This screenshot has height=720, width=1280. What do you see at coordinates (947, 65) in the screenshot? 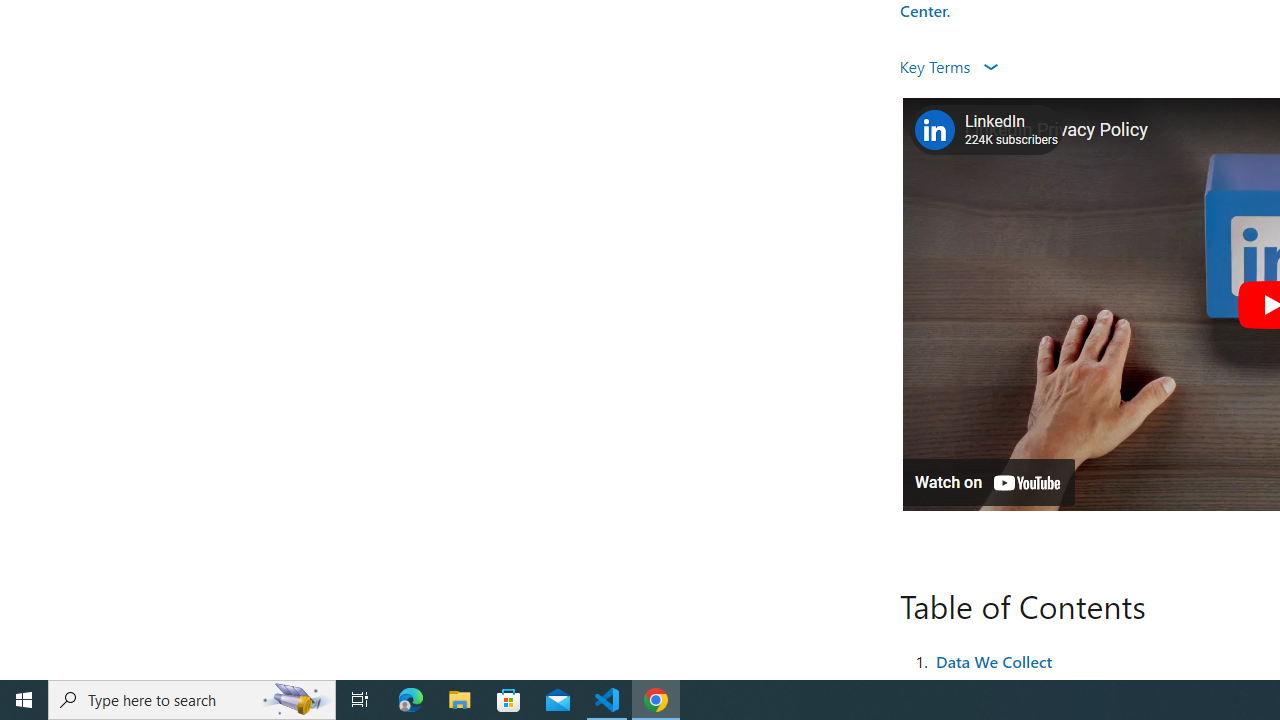
I see `'Key Terms '` at bounding box center [947, 65].